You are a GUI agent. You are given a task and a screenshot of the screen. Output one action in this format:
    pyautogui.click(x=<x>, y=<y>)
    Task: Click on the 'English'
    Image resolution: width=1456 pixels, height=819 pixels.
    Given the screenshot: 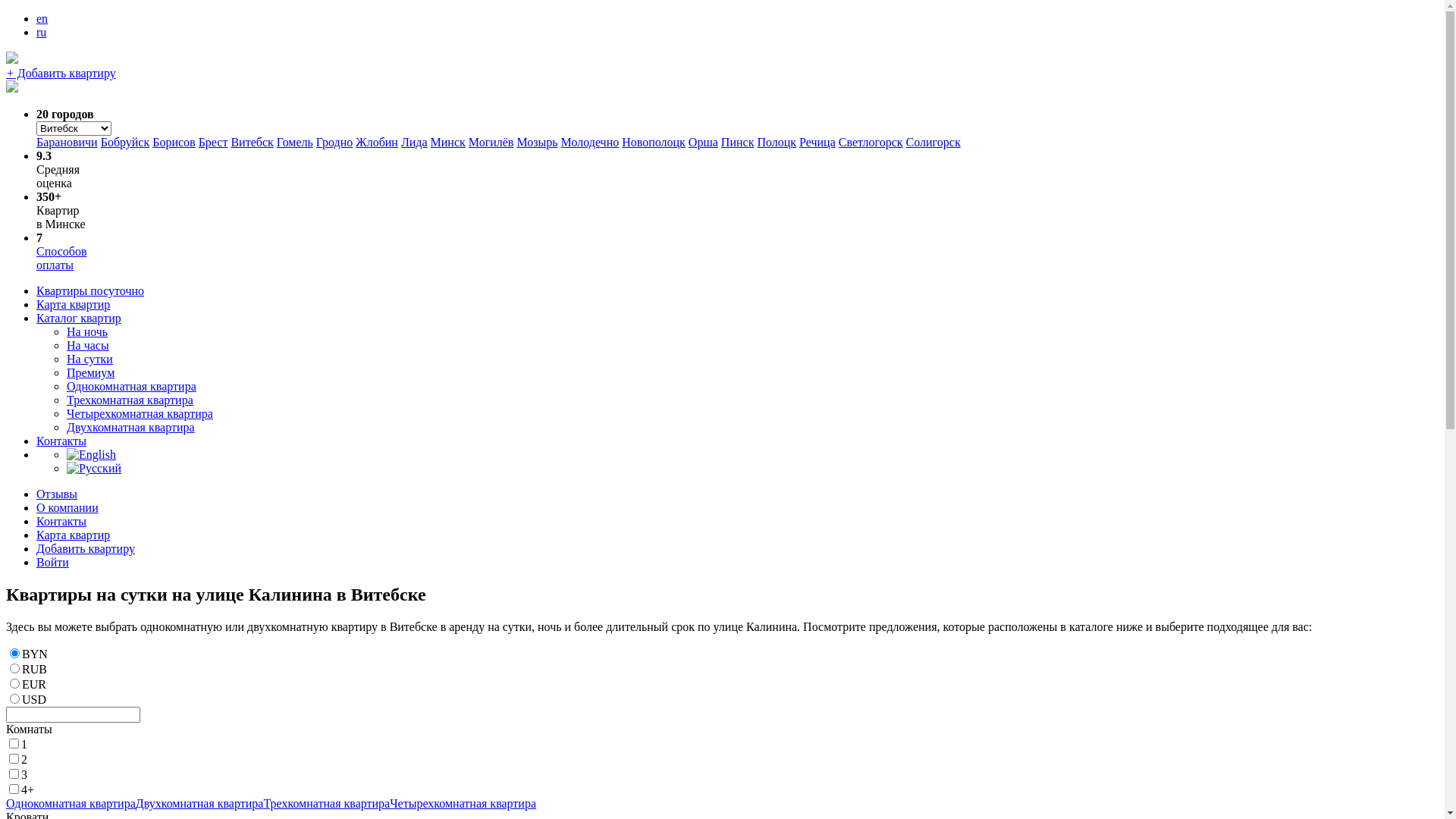 What is the action you would take?
    pyautogui.click(x=90, y=454)
    